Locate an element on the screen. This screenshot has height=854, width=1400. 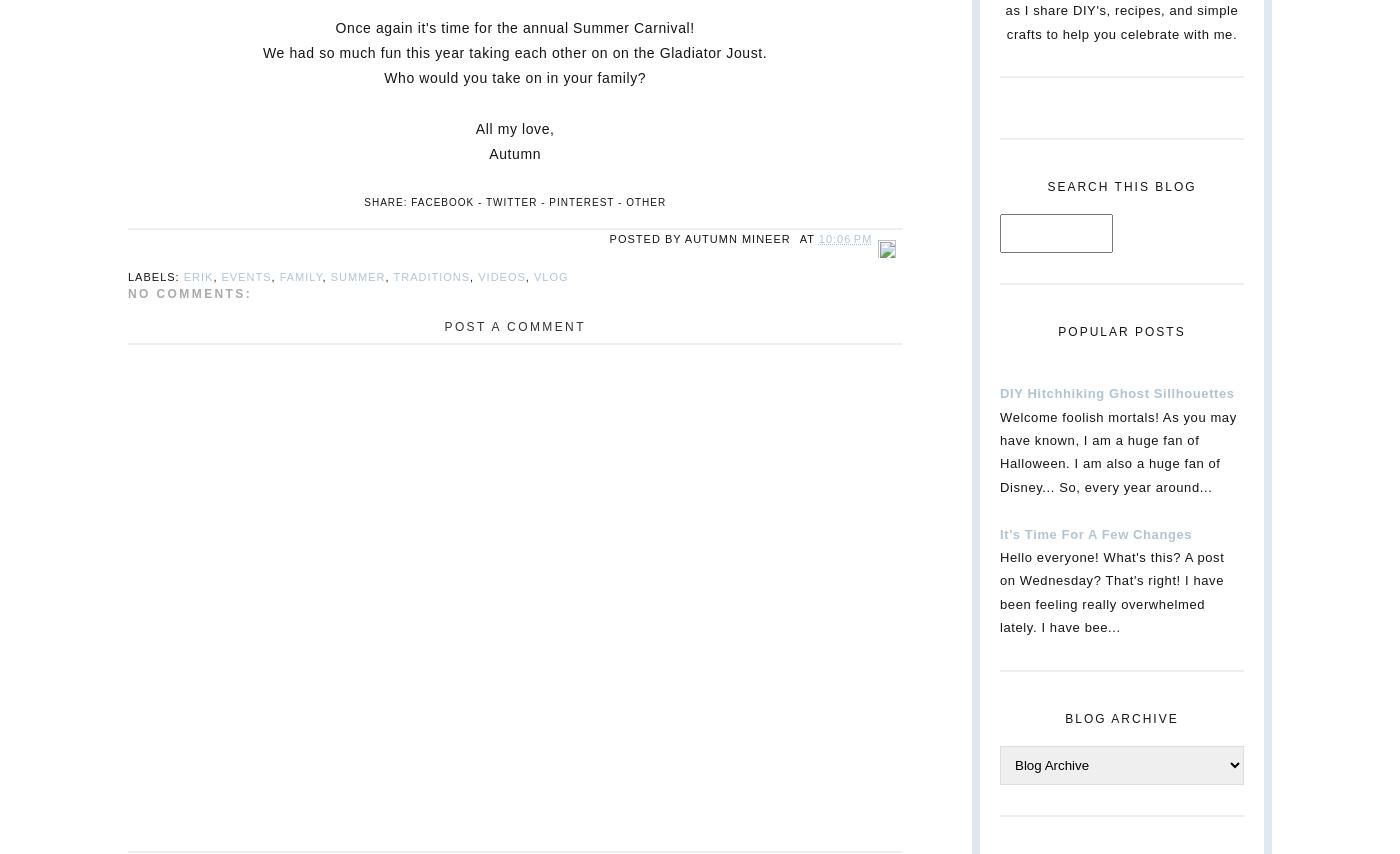
'Erik' is located at coordinates (197, 276).